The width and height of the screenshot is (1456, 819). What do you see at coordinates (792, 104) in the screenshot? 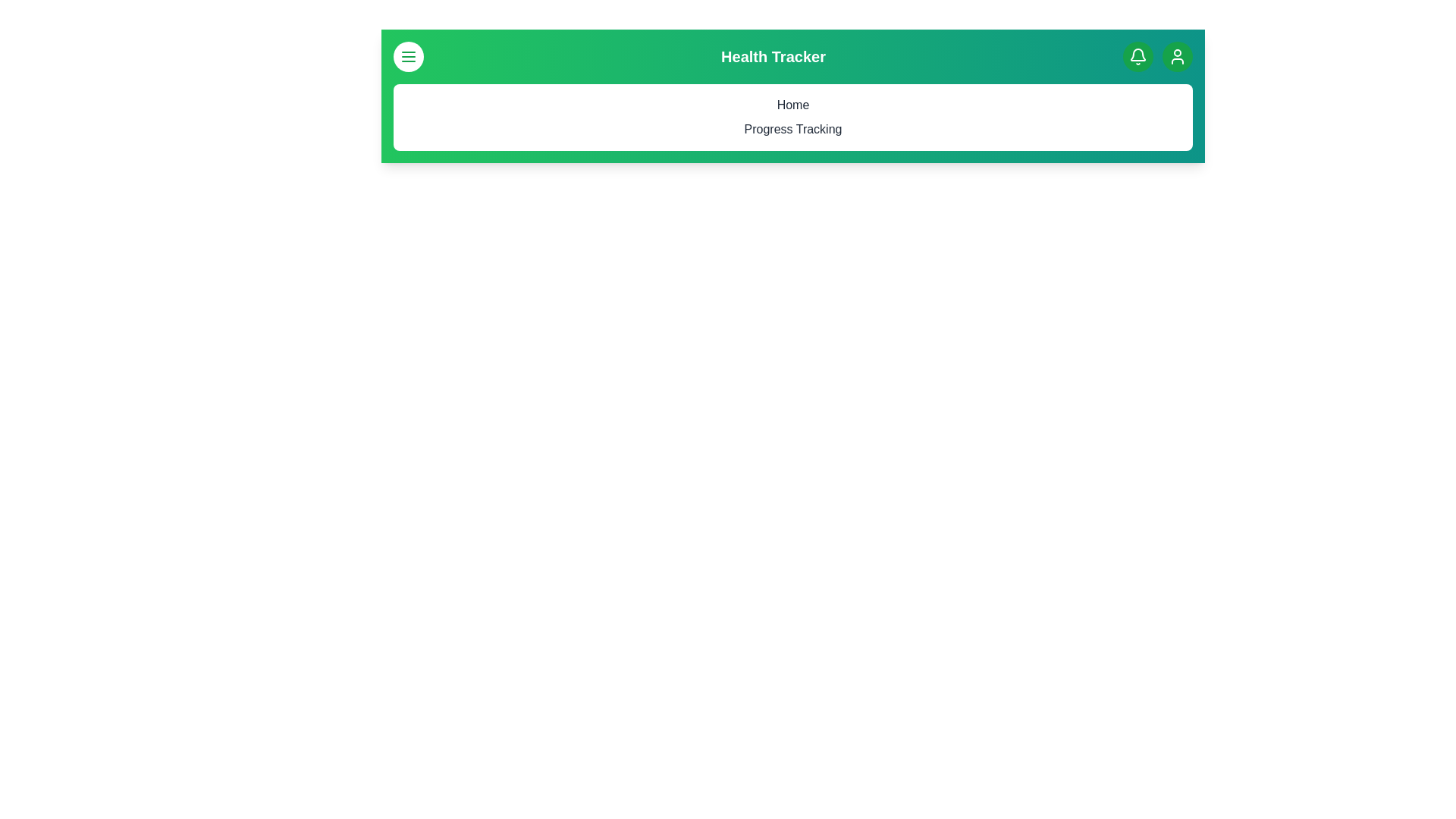
I see `the menu item Home to navigate to its respective section` at bounding box center [792, 104].